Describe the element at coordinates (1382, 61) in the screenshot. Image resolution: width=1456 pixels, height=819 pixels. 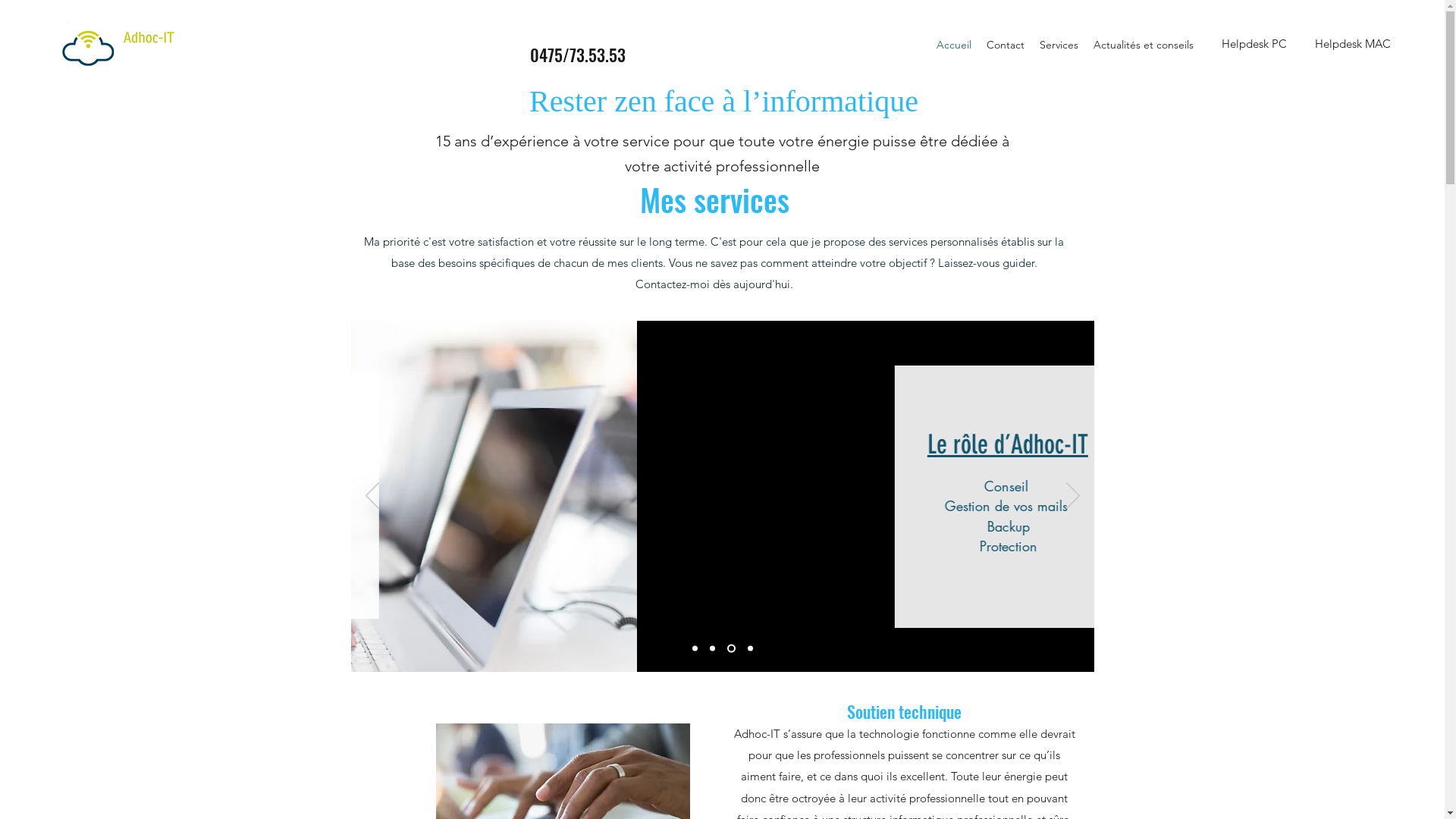
I see `'Helpdesk PC'` at that location.